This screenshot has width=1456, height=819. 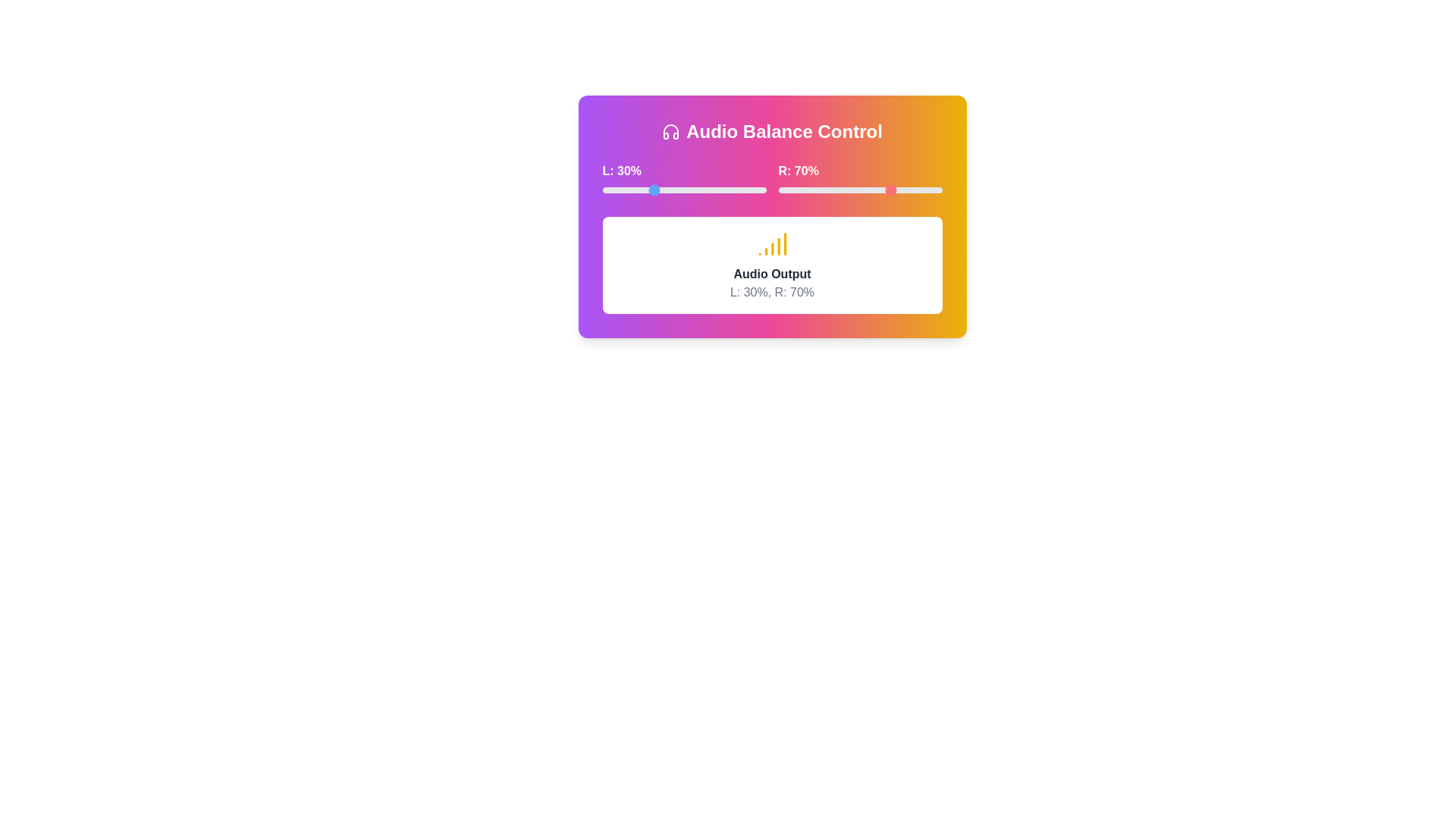 I want to click on the left volume slider to 86%, so click(x=743, y=189).